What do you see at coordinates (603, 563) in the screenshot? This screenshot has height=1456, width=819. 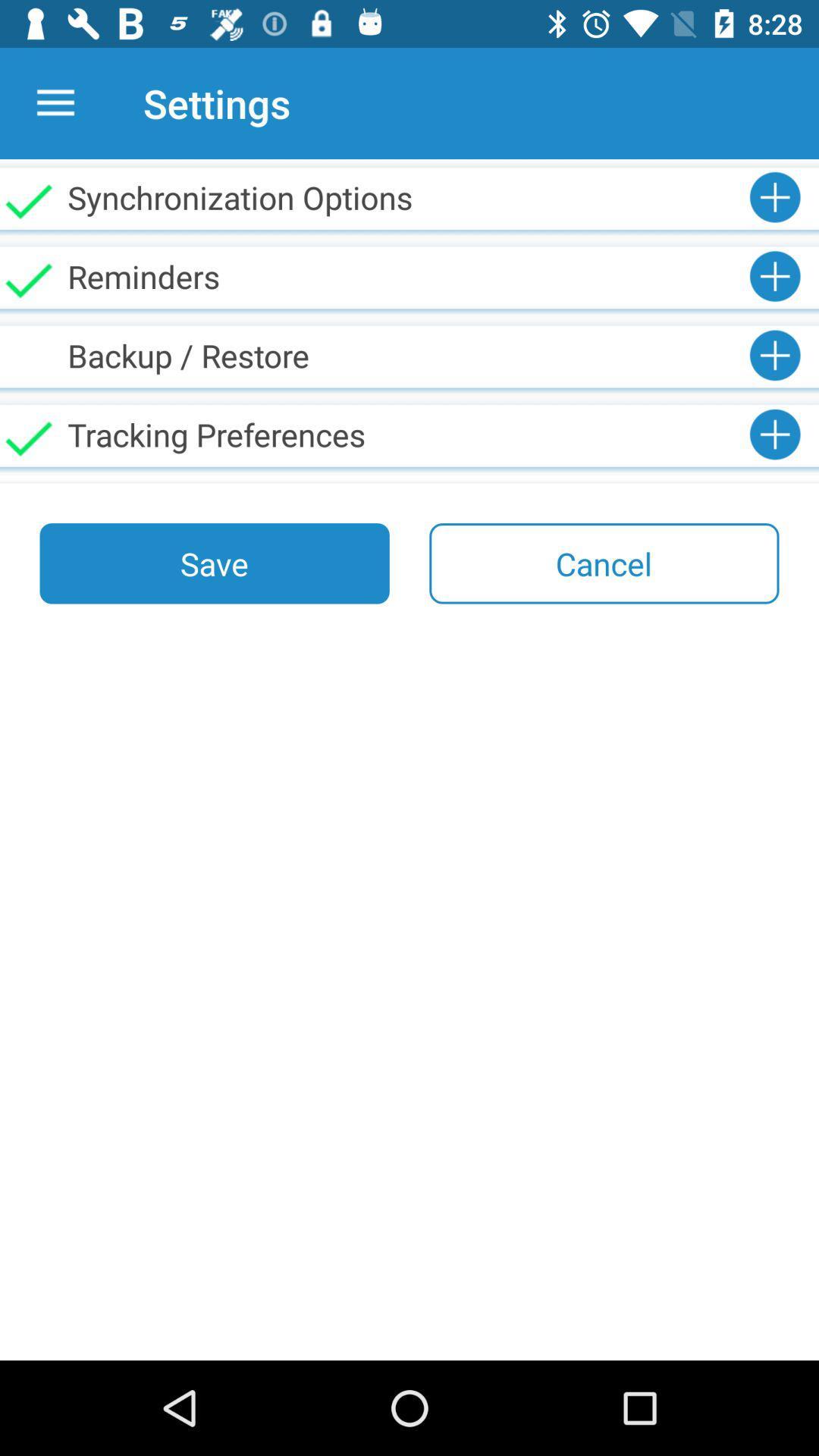 I see `item next to the save item` at bounding box center [603, 563].